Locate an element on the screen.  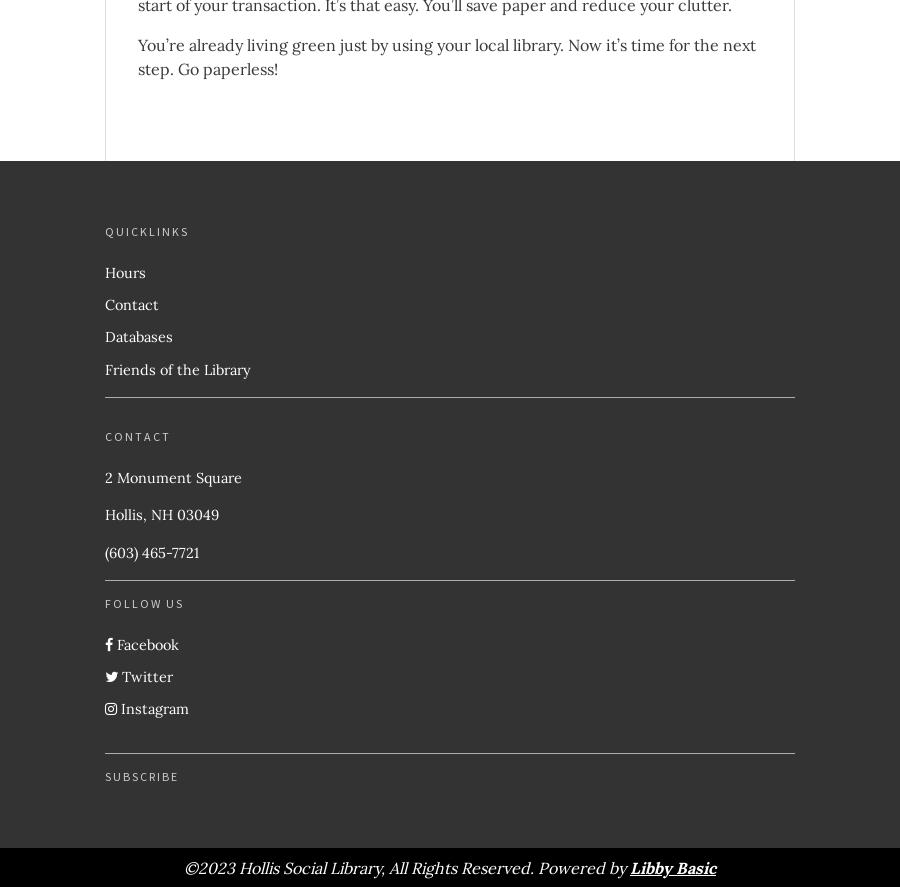
'Quicklinks' is located at coordinates (146, 231).